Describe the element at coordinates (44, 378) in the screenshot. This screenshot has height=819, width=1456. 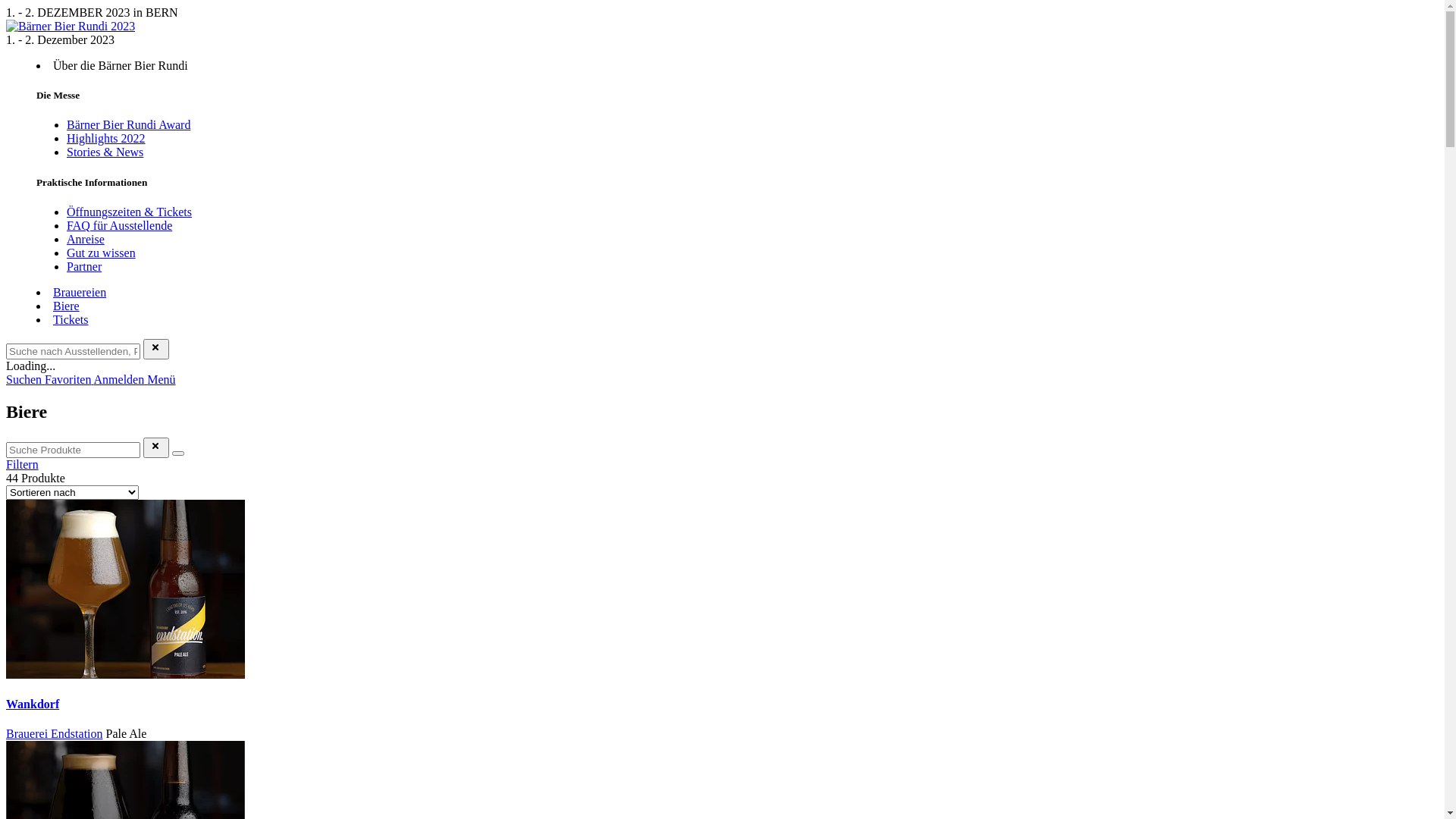
I see `'Favoriten'` at that location.